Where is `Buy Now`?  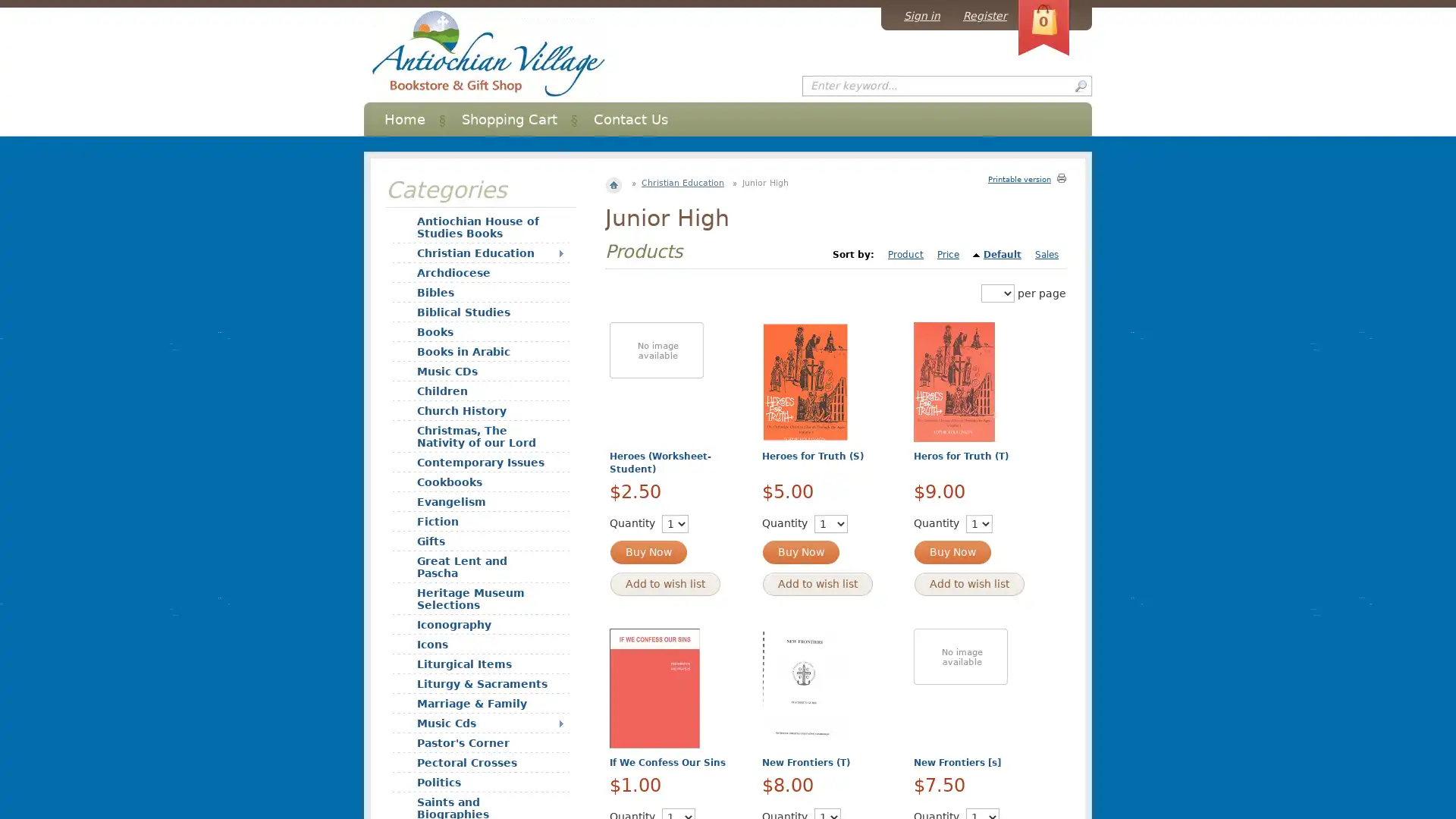
Buy Now is located at coordinates (799, 552).